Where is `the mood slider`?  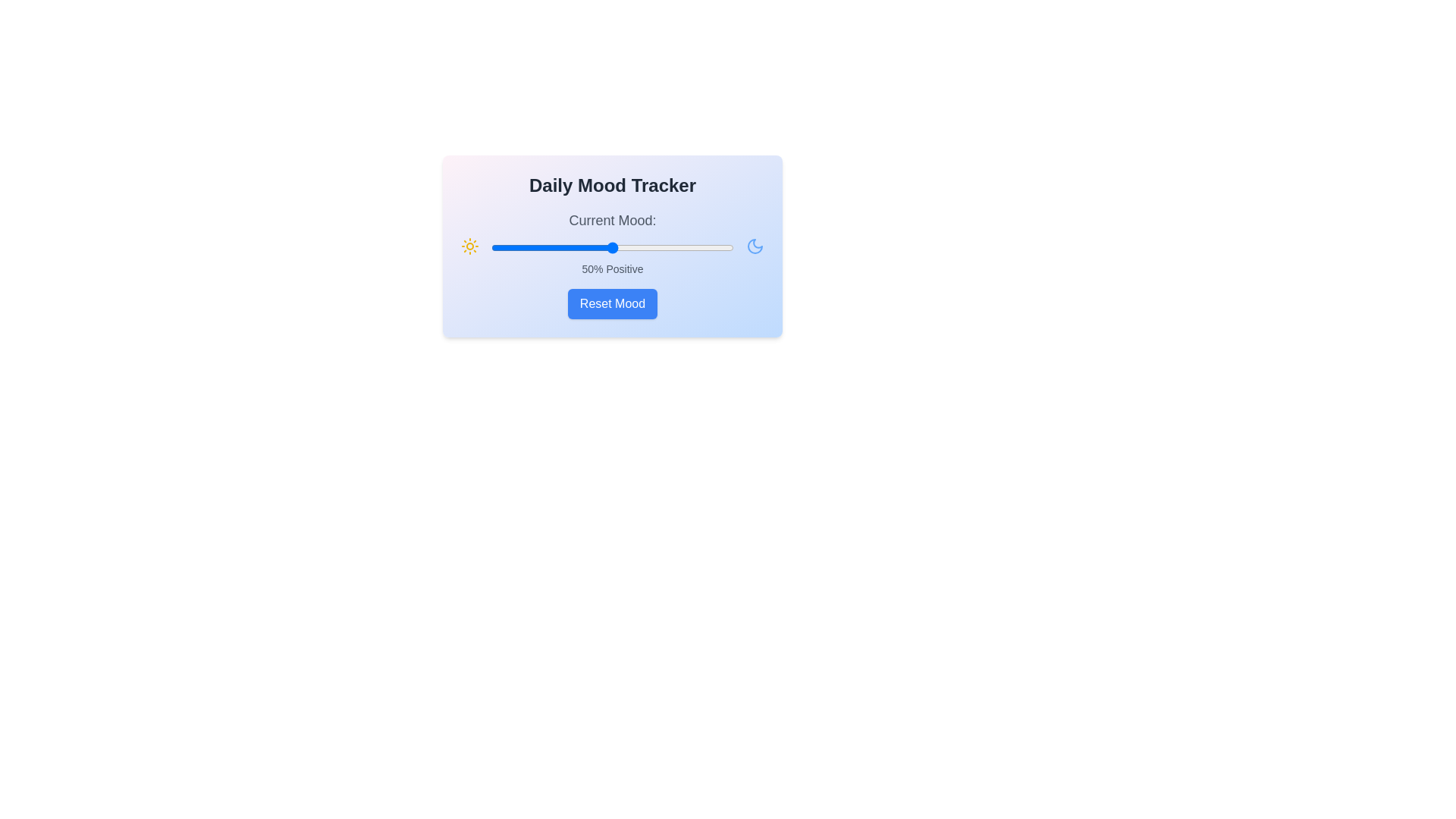 the mood slider is located at coordinates (632, 247).